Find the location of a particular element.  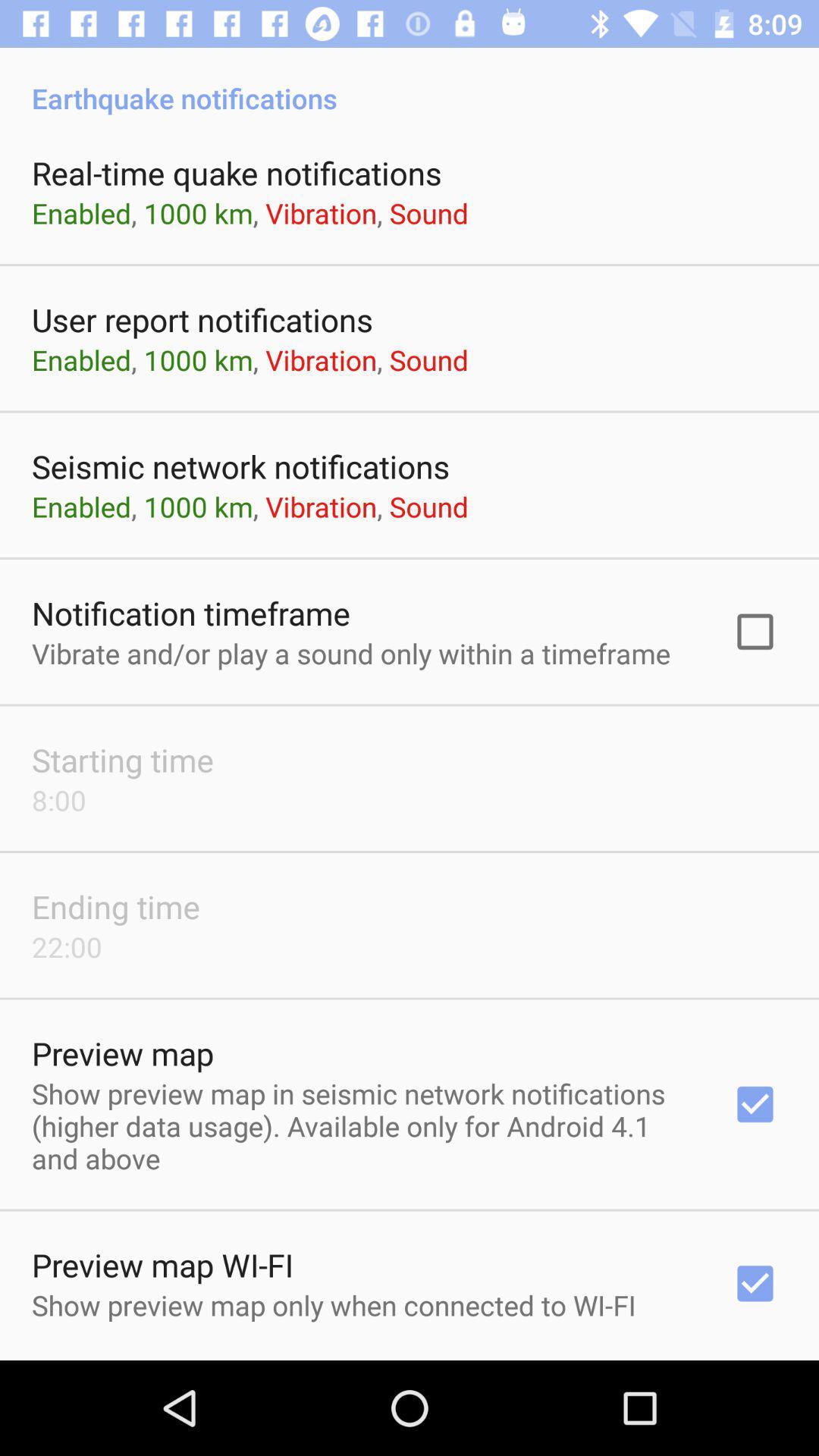

the notification timeframe icon is located at coordinates (190, 613).